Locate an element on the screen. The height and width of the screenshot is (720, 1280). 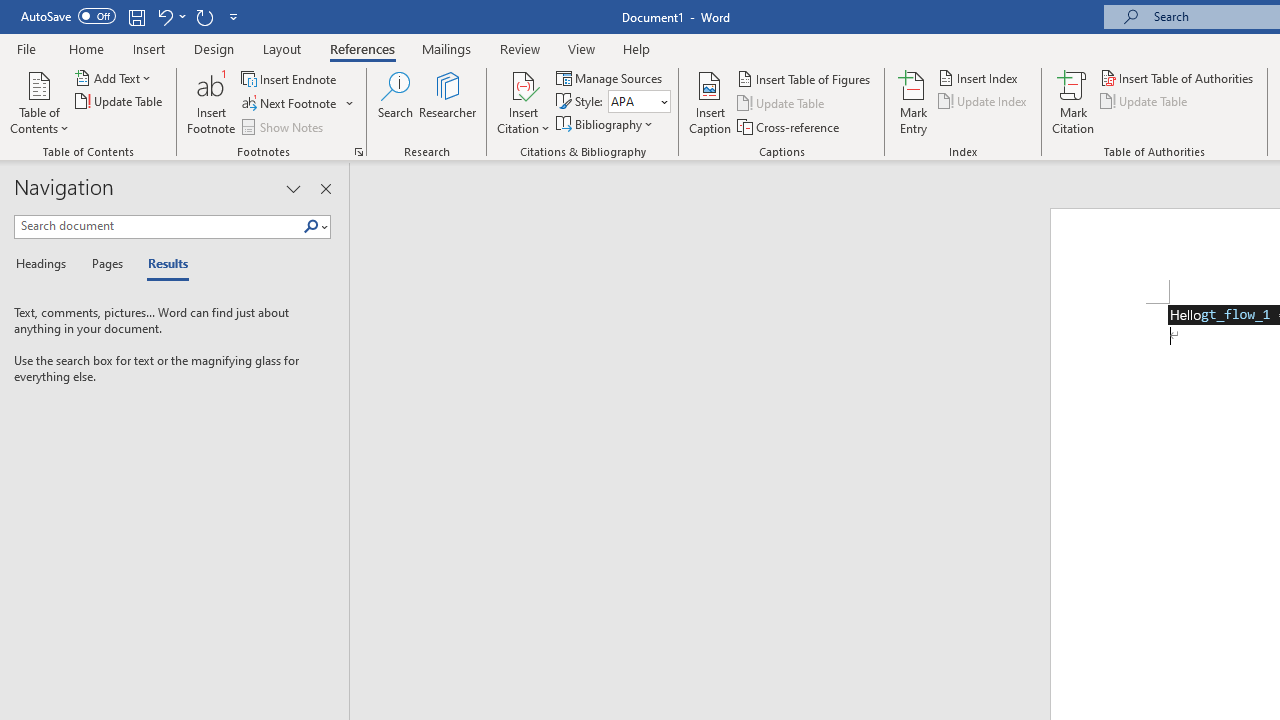
'Class: NetUIImage' is located at coordinates (310, 225).